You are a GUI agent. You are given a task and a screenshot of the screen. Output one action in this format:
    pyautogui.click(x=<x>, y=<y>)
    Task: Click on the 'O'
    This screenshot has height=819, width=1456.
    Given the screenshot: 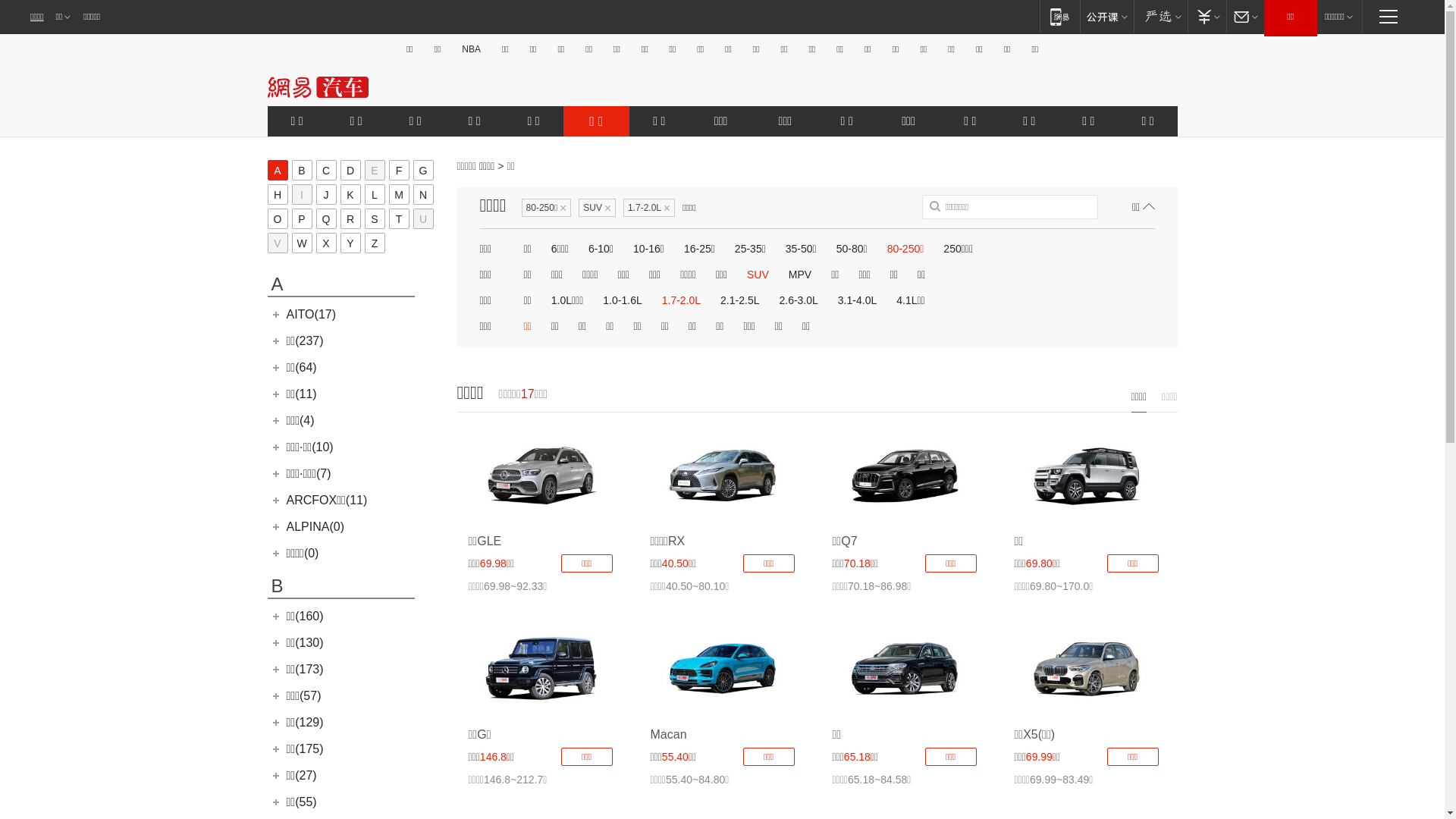 What is the action you would take?
    pyautogui.click(x=277, y=218)
    